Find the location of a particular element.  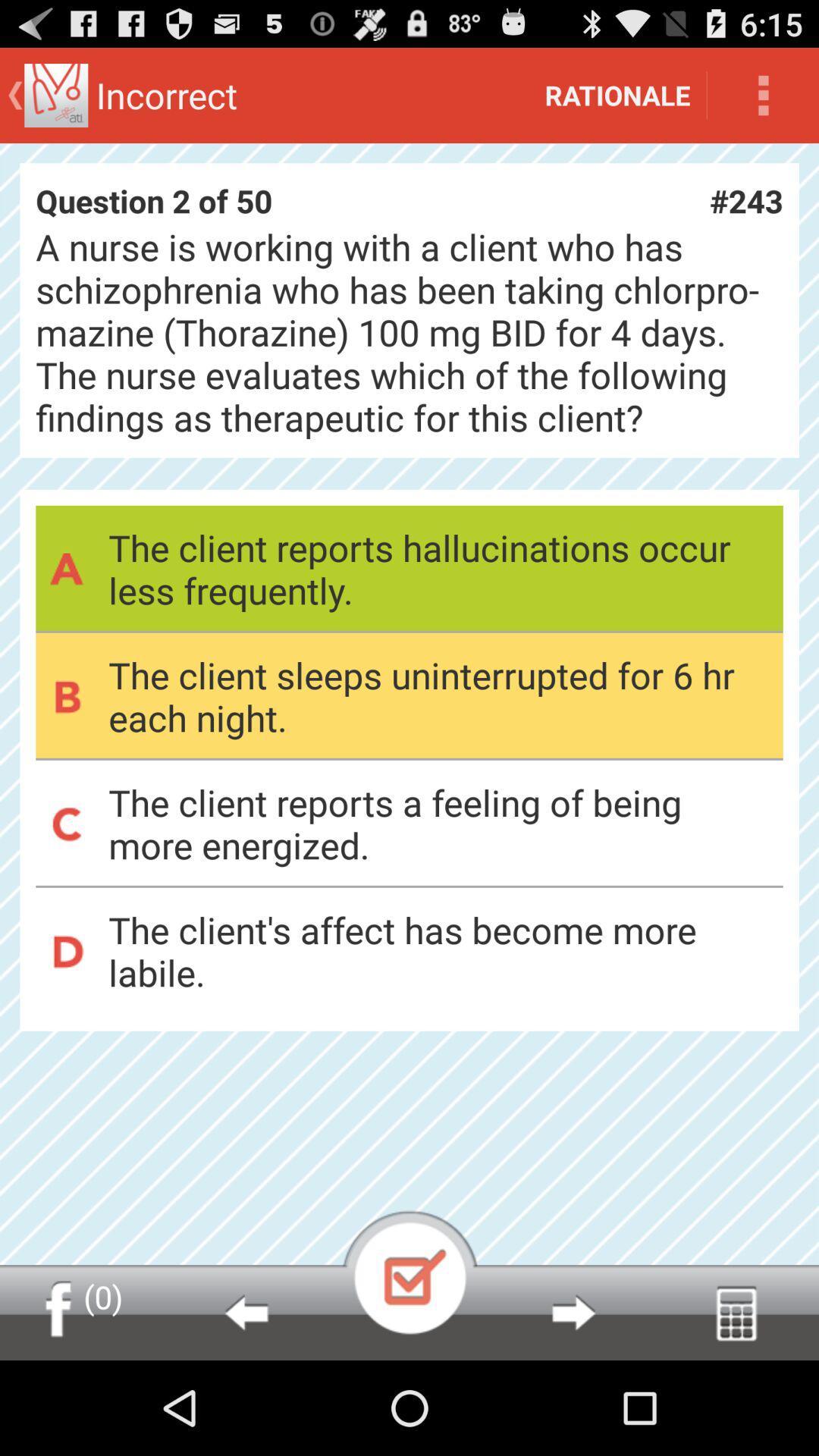

previous option is located at coordinates (245, 1312).